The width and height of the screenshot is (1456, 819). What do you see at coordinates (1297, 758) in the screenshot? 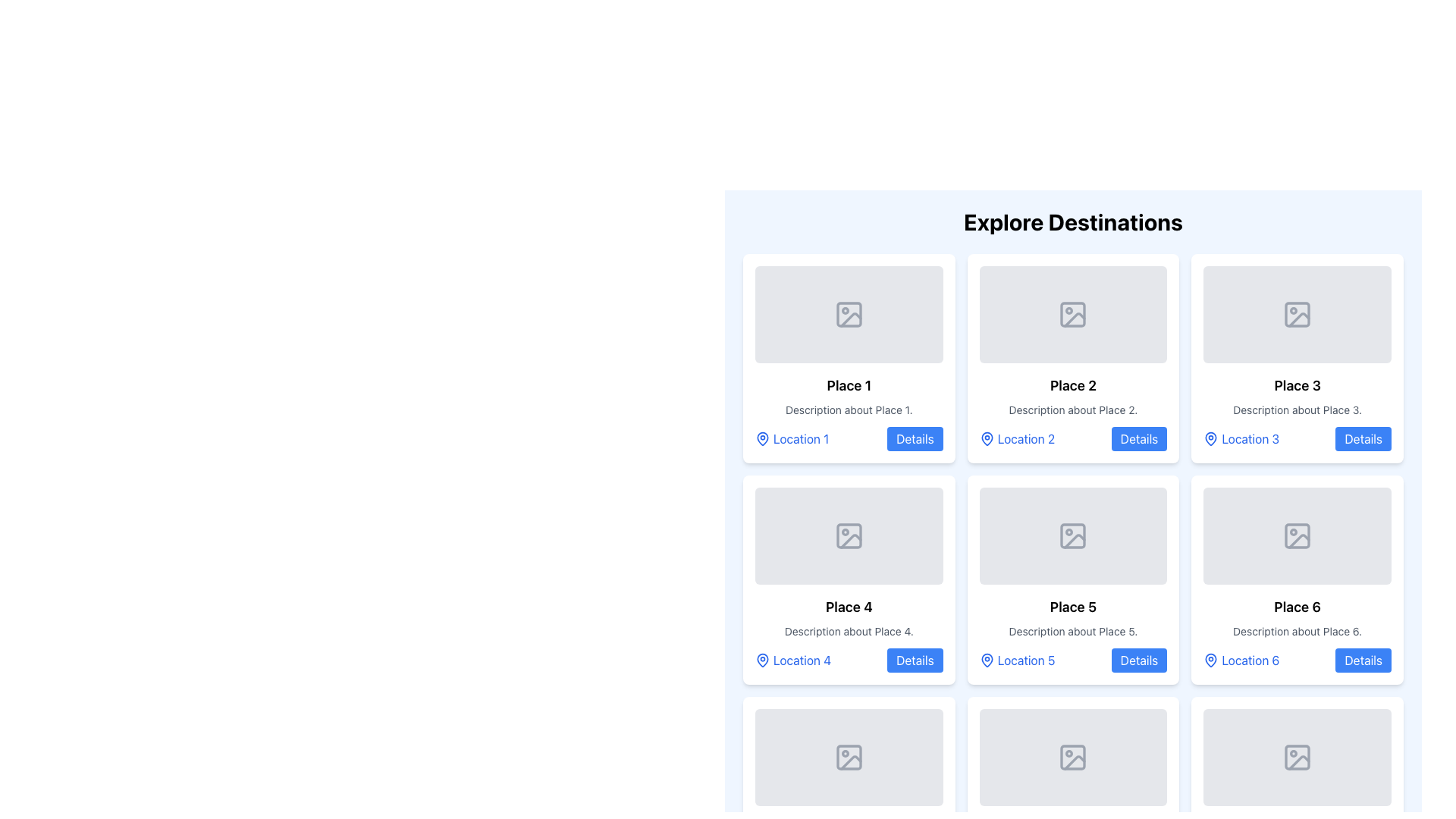
I see `the SVG rectangular element with rounded corners that serves as a decorative part of an image icon, located in the rightmost card of the third row in a grid layout` at bounding box center [1297, 758].